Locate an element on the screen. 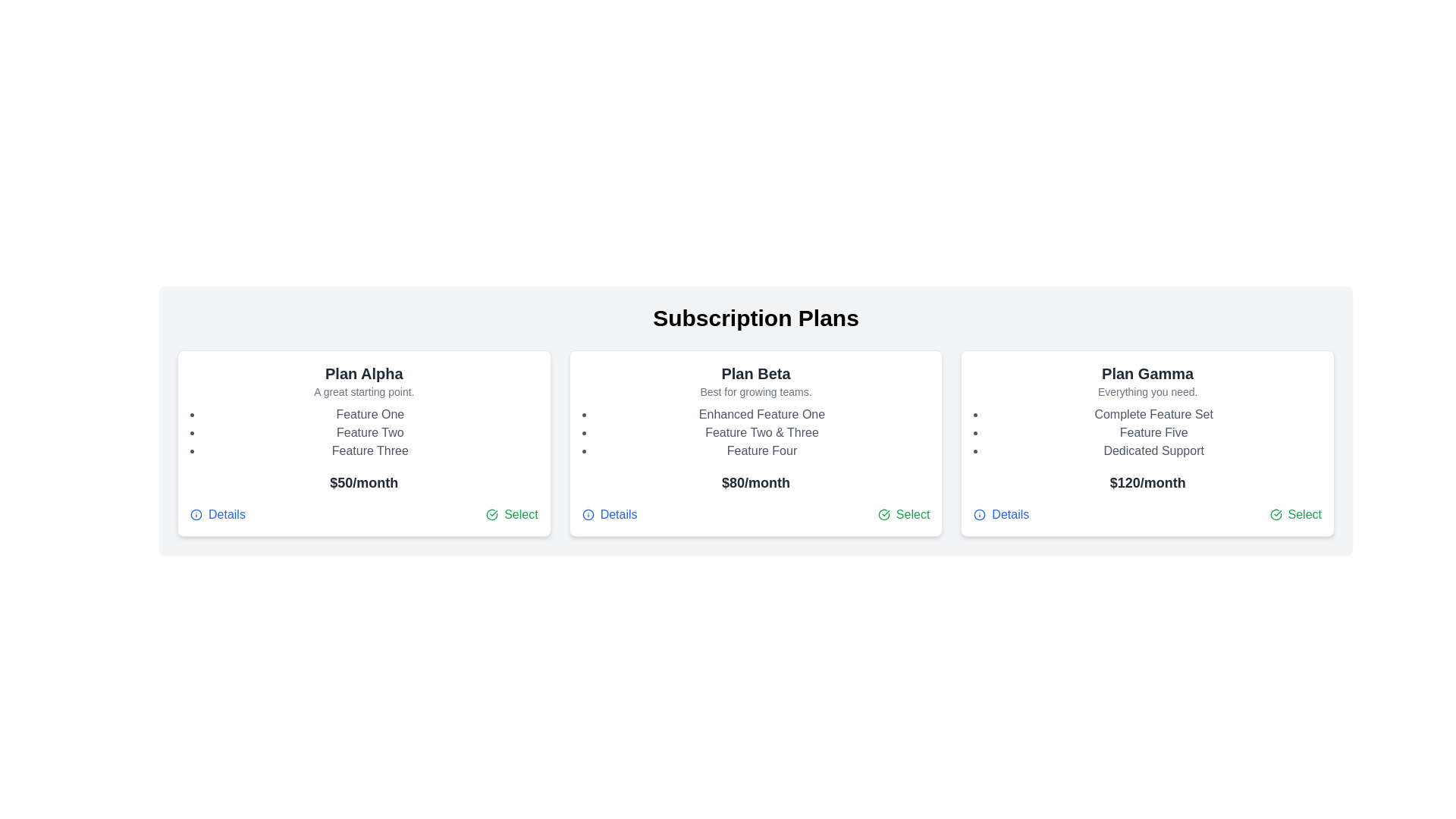  the label element below the 'Plan Beta' heading in the subscription plan card, which is styled with a smaller font size and subdued gray tone is located at coordinates (756, 391).